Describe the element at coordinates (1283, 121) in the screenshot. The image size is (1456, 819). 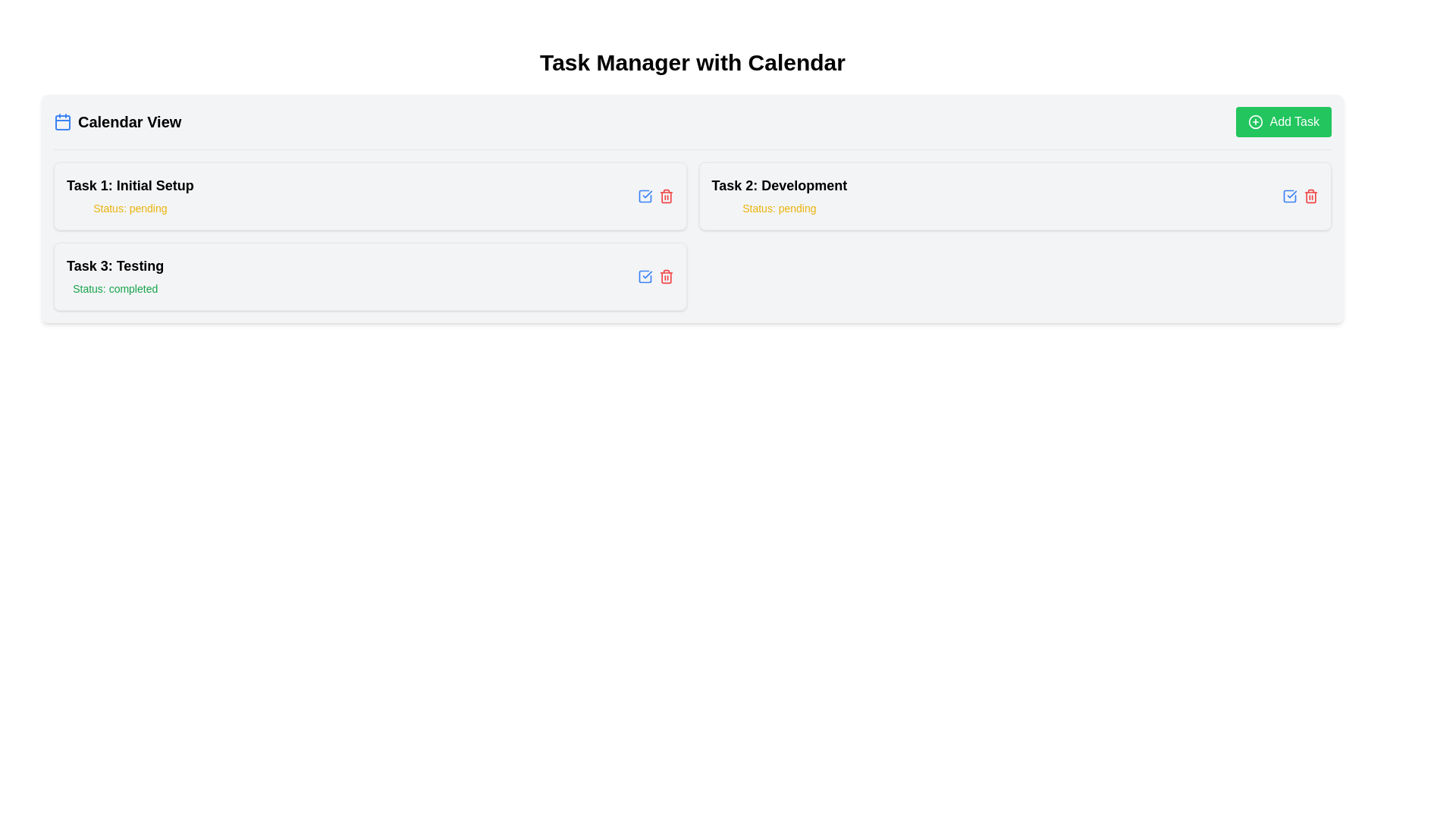
I see `the 'Calendar View Add Task' button` at that location.